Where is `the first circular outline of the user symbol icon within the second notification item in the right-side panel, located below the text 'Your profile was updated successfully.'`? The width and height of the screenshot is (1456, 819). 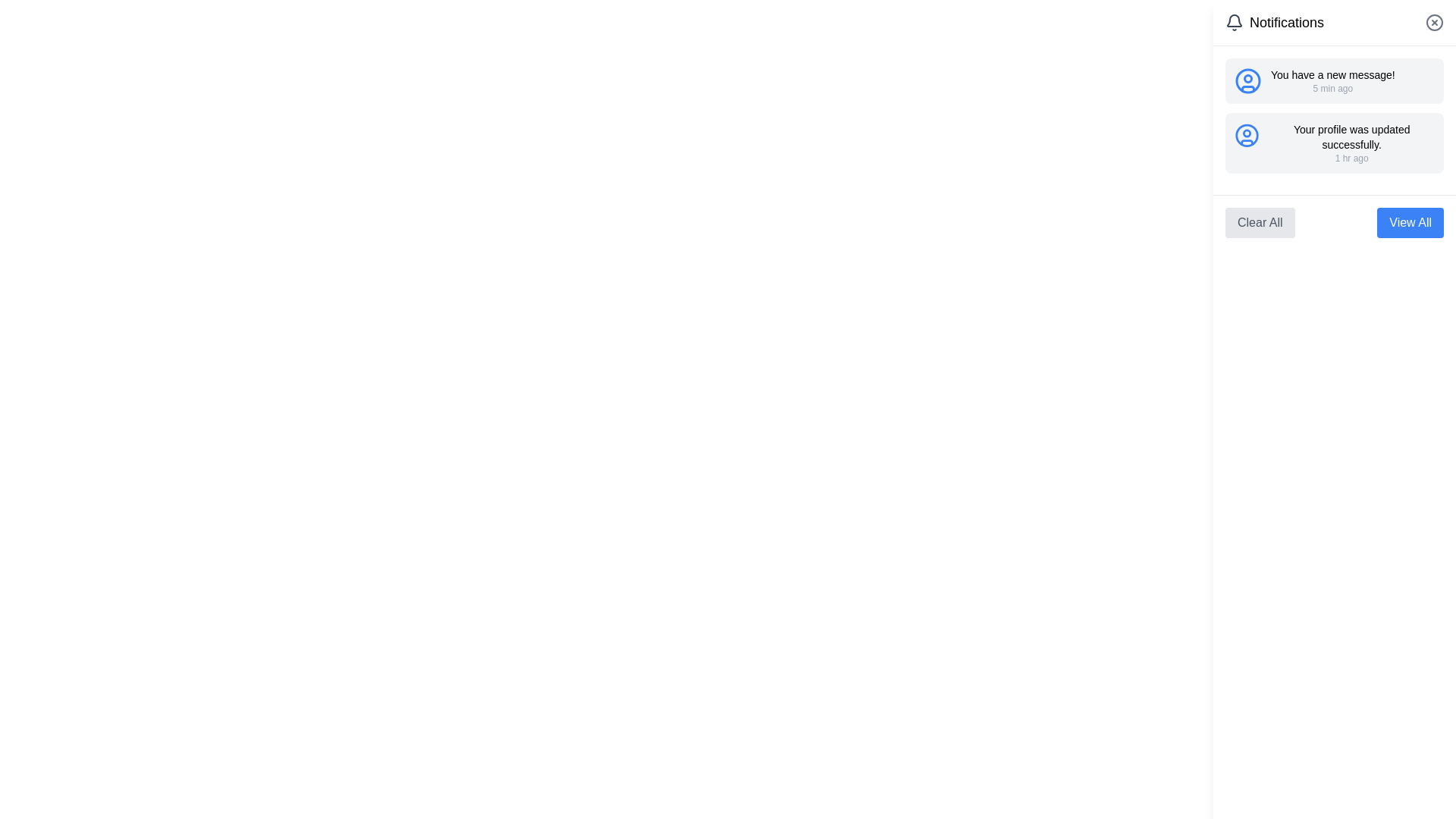
the first circular outline of the user symbol icon within the second notification item in the right-side panel, located below the text 'Your profile was updated successfully.' is located at coordinates (1247, 134).